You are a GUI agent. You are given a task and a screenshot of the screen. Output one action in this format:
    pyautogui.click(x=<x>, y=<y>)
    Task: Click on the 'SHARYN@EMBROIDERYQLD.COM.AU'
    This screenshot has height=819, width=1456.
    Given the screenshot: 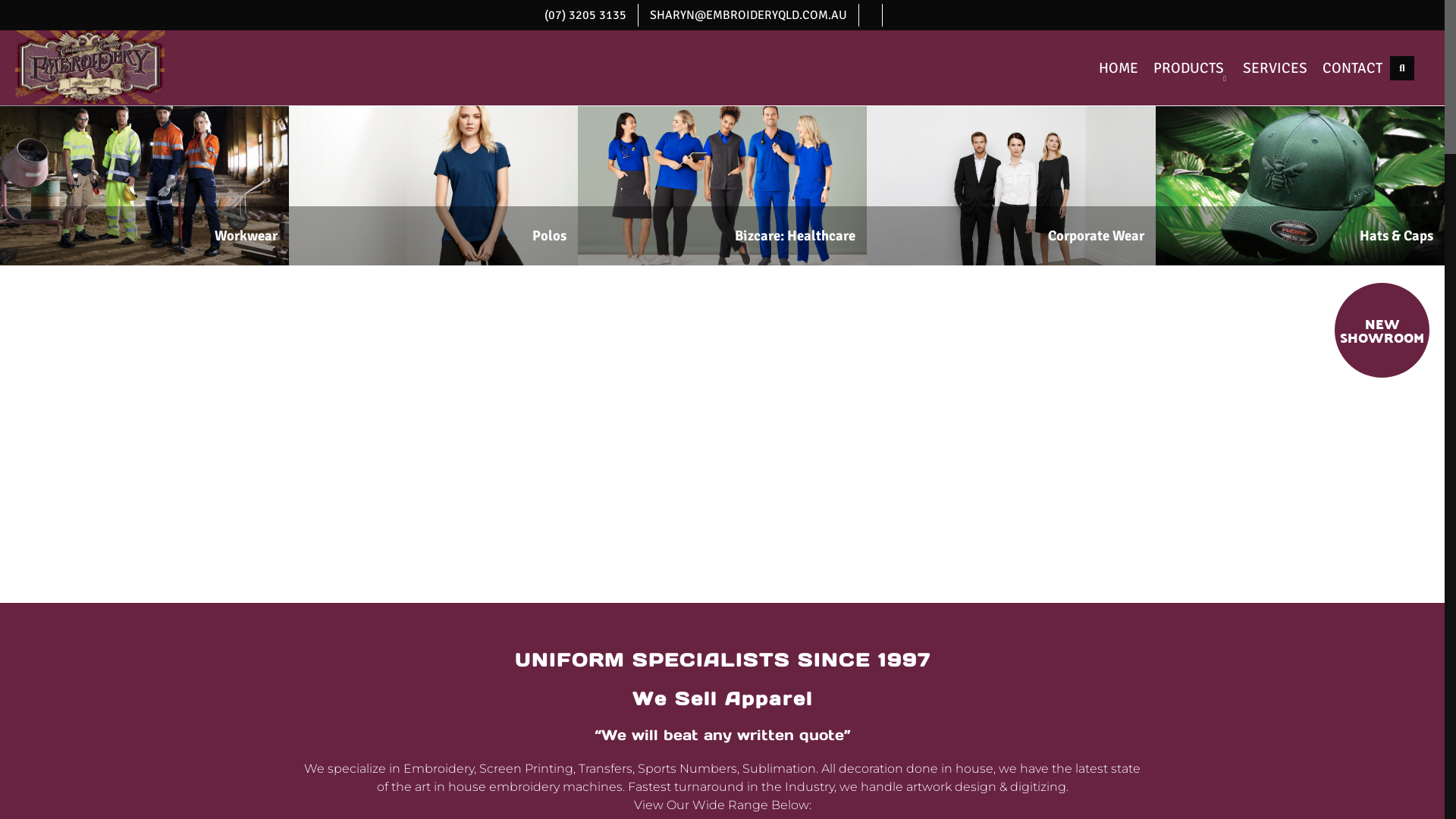 What is the action you would take?
    pyautogui.click(x=747, y=14)
    